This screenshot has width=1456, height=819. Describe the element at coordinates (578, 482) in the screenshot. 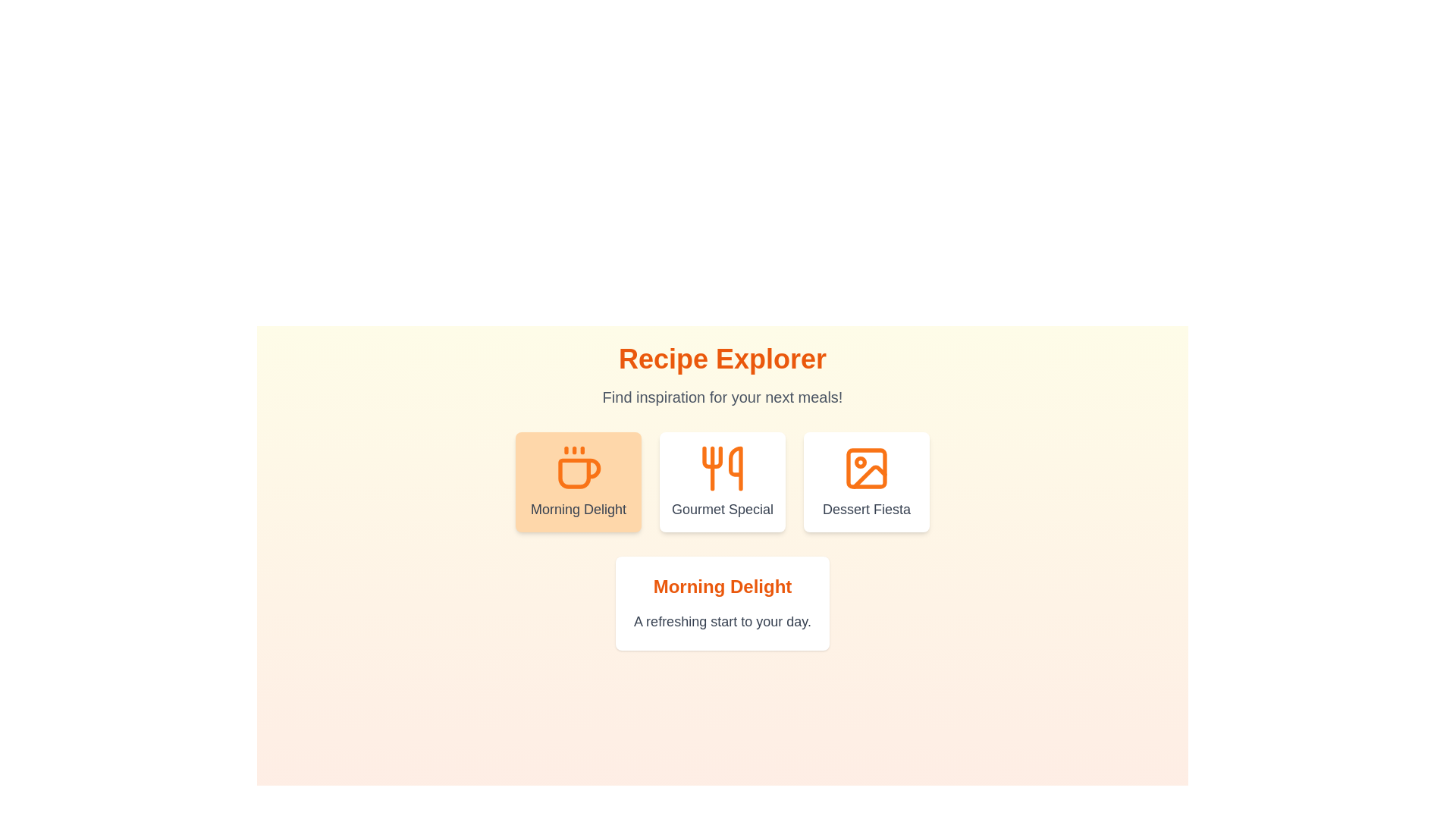

I see `the 'Morning Delight' clickable card, which features a soft orange background and a coffee cup icon at the top` at that location.